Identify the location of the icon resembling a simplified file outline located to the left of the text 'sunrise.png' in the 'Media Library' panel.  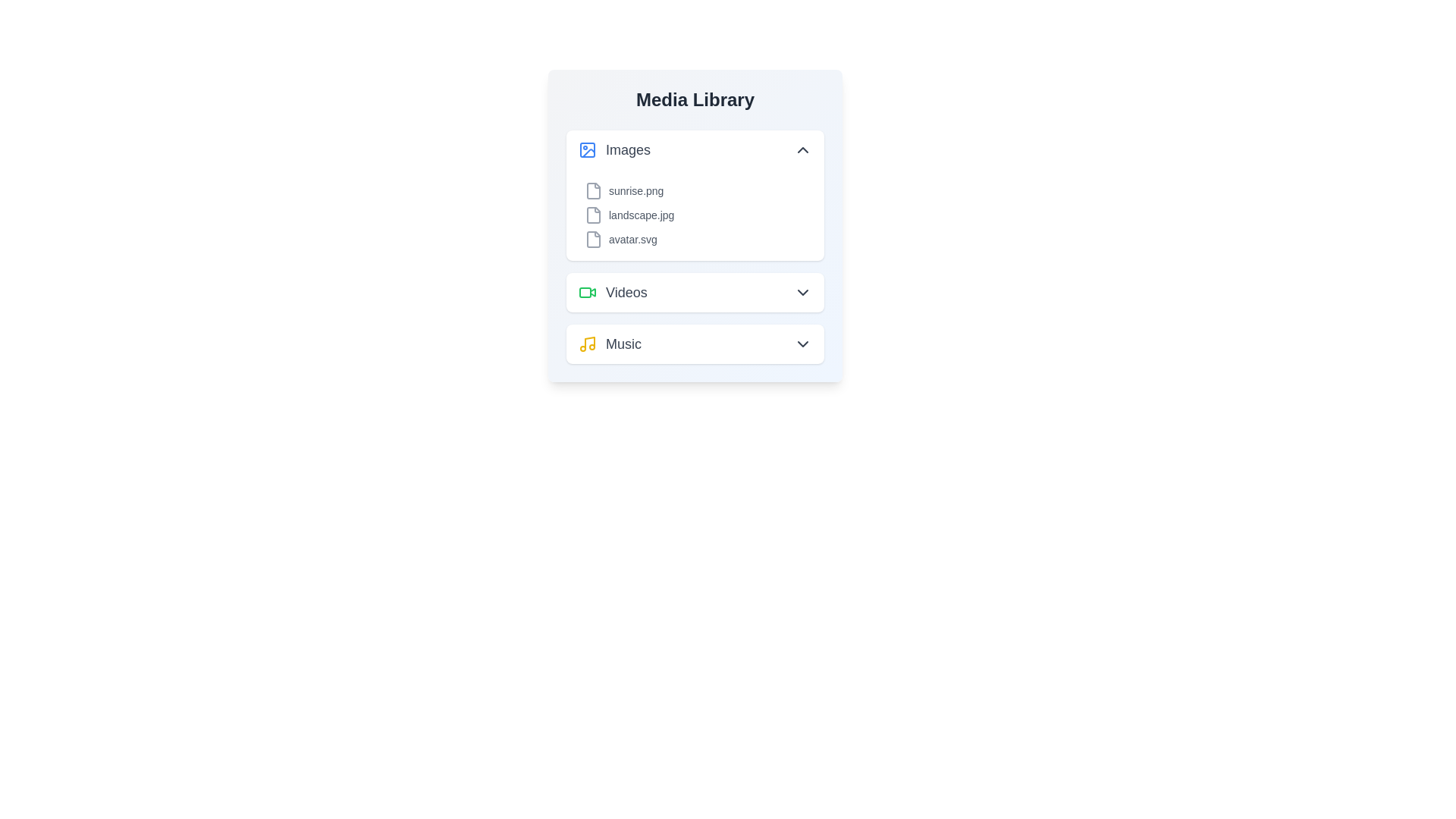
(592, 190).